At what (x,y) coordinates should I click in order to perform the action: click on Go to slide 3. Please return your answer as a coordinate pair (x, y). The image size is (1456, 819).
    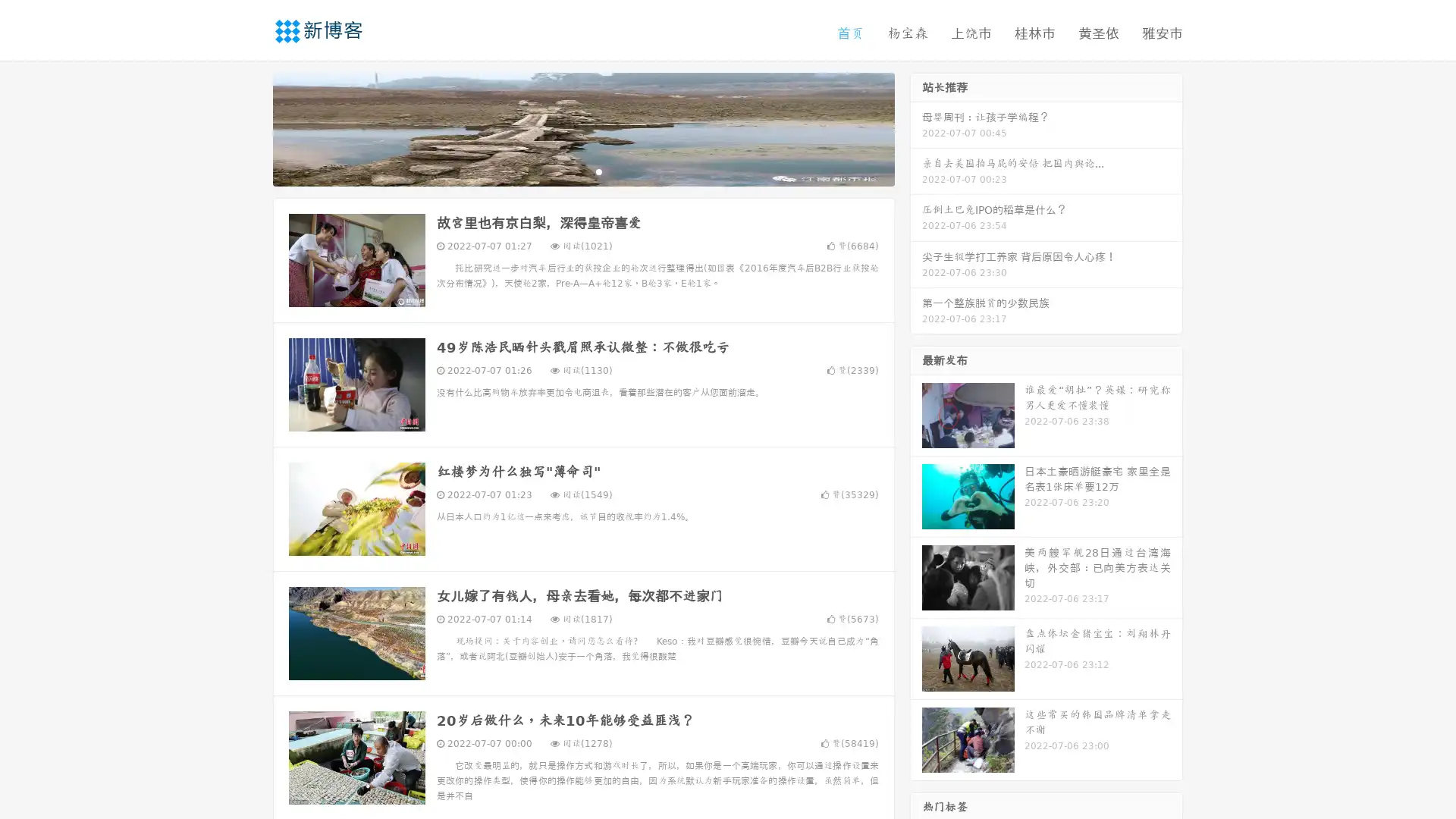
    Looking at the image, I should click on (598, 171).